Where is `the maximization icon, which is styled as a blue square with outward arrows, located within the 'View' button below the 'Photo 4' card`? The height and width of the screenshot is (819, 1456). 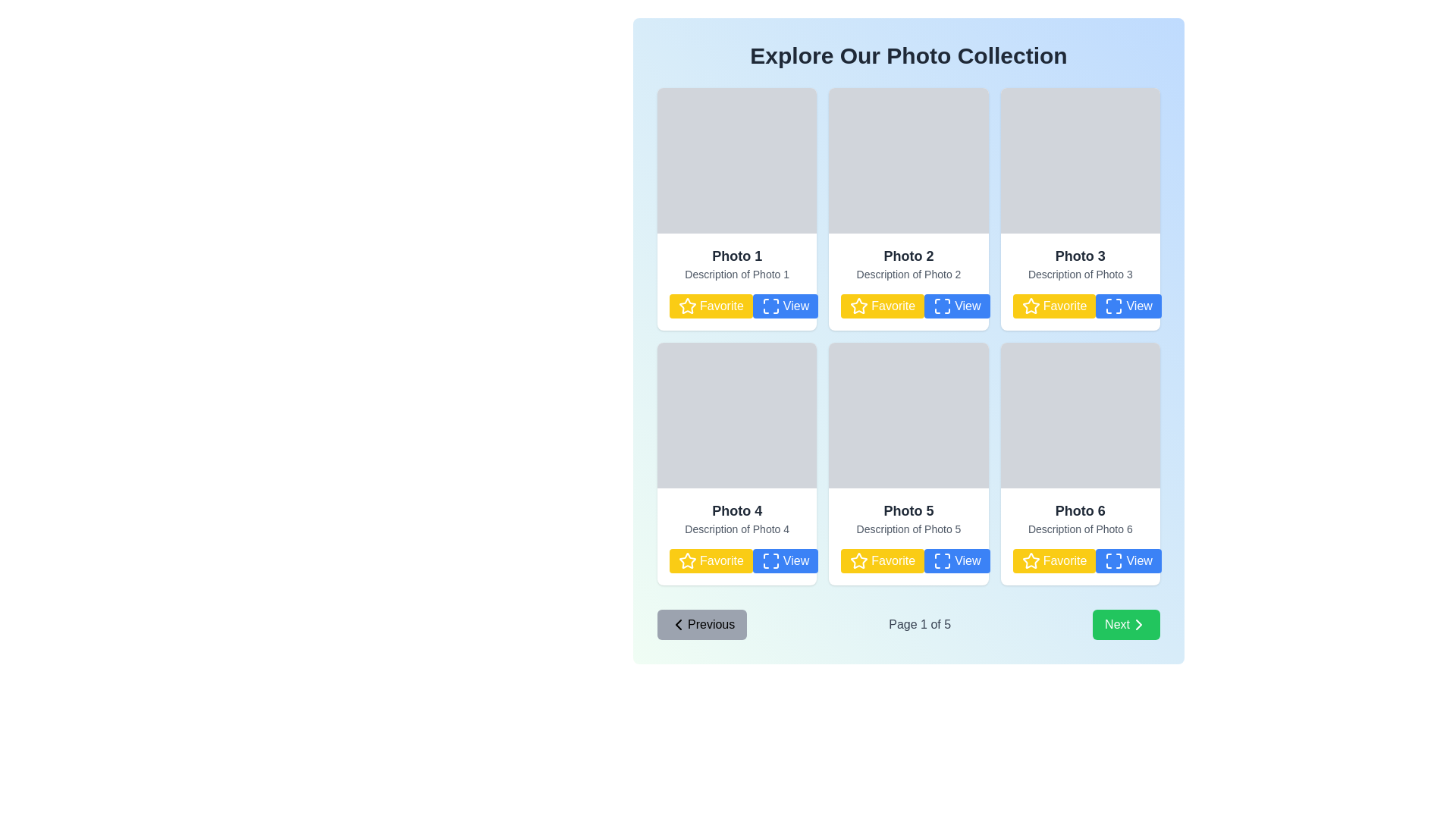
the maximization icon, which is styled as a blue square with outward arrows, located within the 'View' button below the 'Photo 4' card is located at coordinates (770, 561).